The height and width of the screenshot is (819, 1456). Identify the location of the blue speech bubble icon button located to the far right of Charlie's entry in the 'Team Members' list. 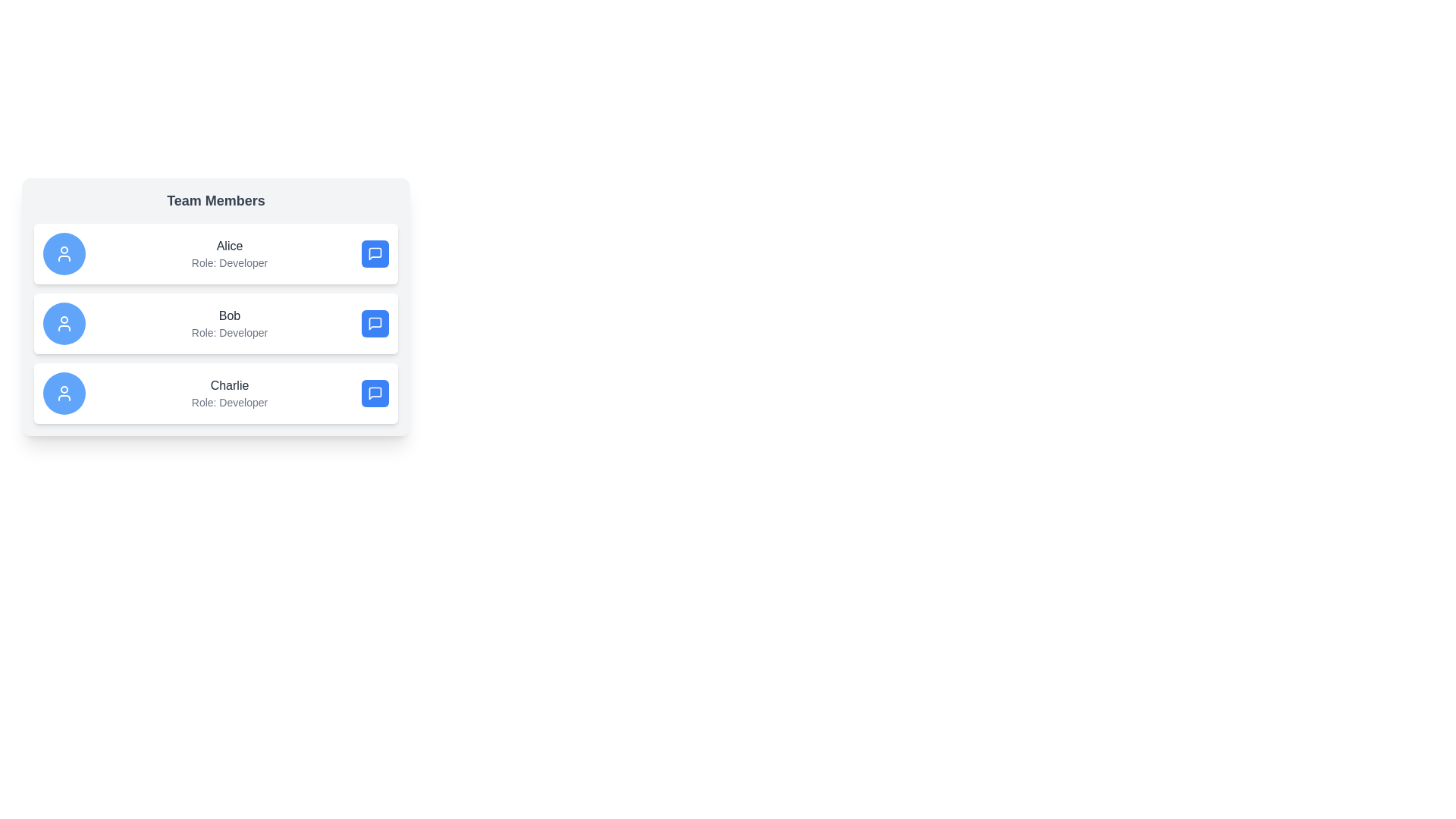
(375, 393).